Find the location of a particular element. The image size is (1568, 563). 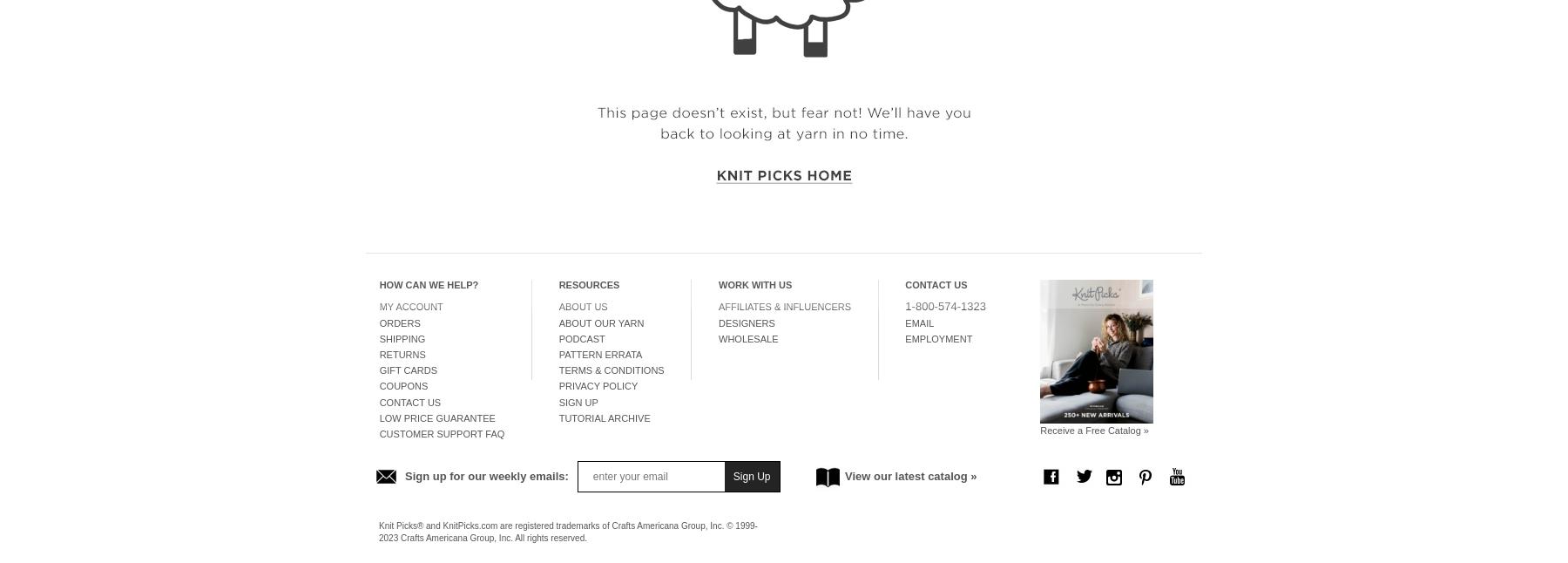

'About Our Yarn' is located at coordinates (599, 322).